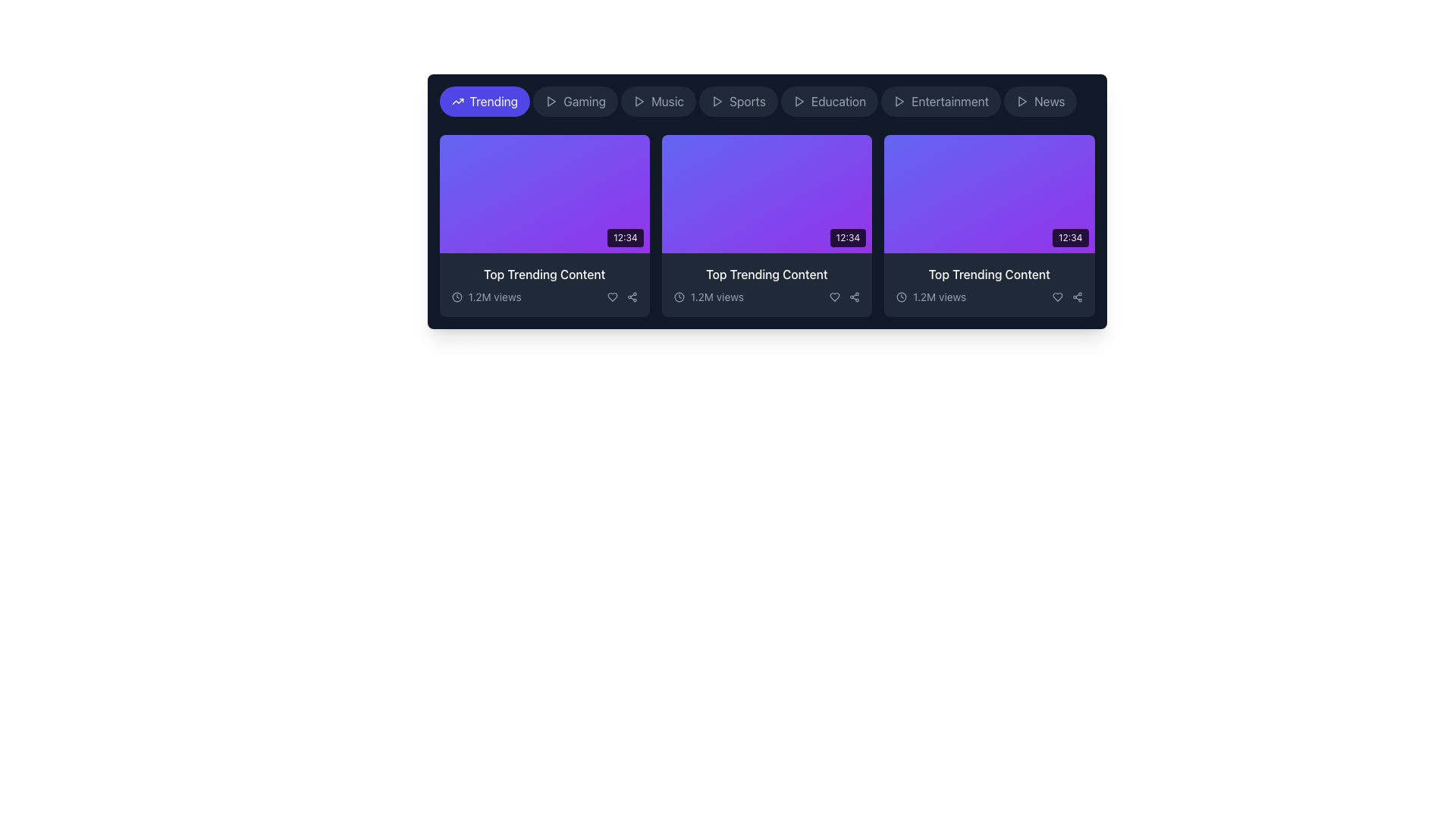  I want to click on the 'Education' text label, which is styled in light gray against a dark gray background within the navigation bar, so click(838, 102).